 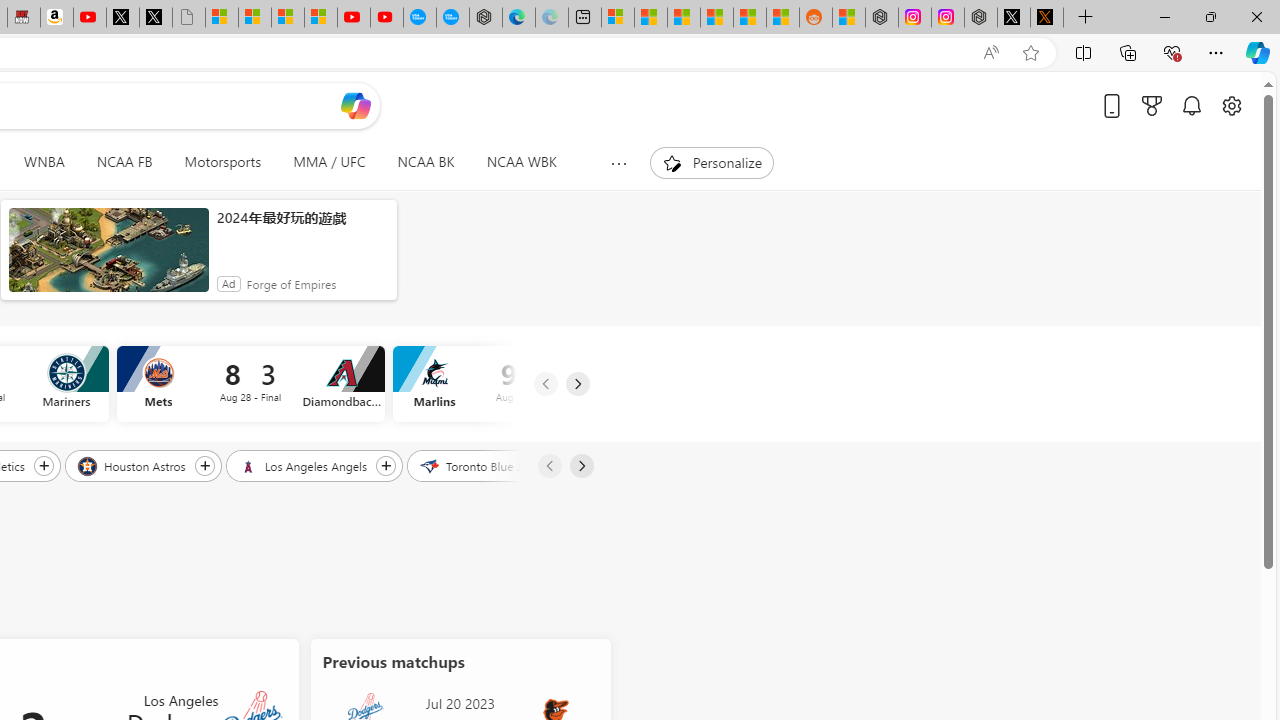 What do you see at coordinates (123, 162) in the screenshot?
I see `'NCAA FB'` at bounding box center [123, 162].